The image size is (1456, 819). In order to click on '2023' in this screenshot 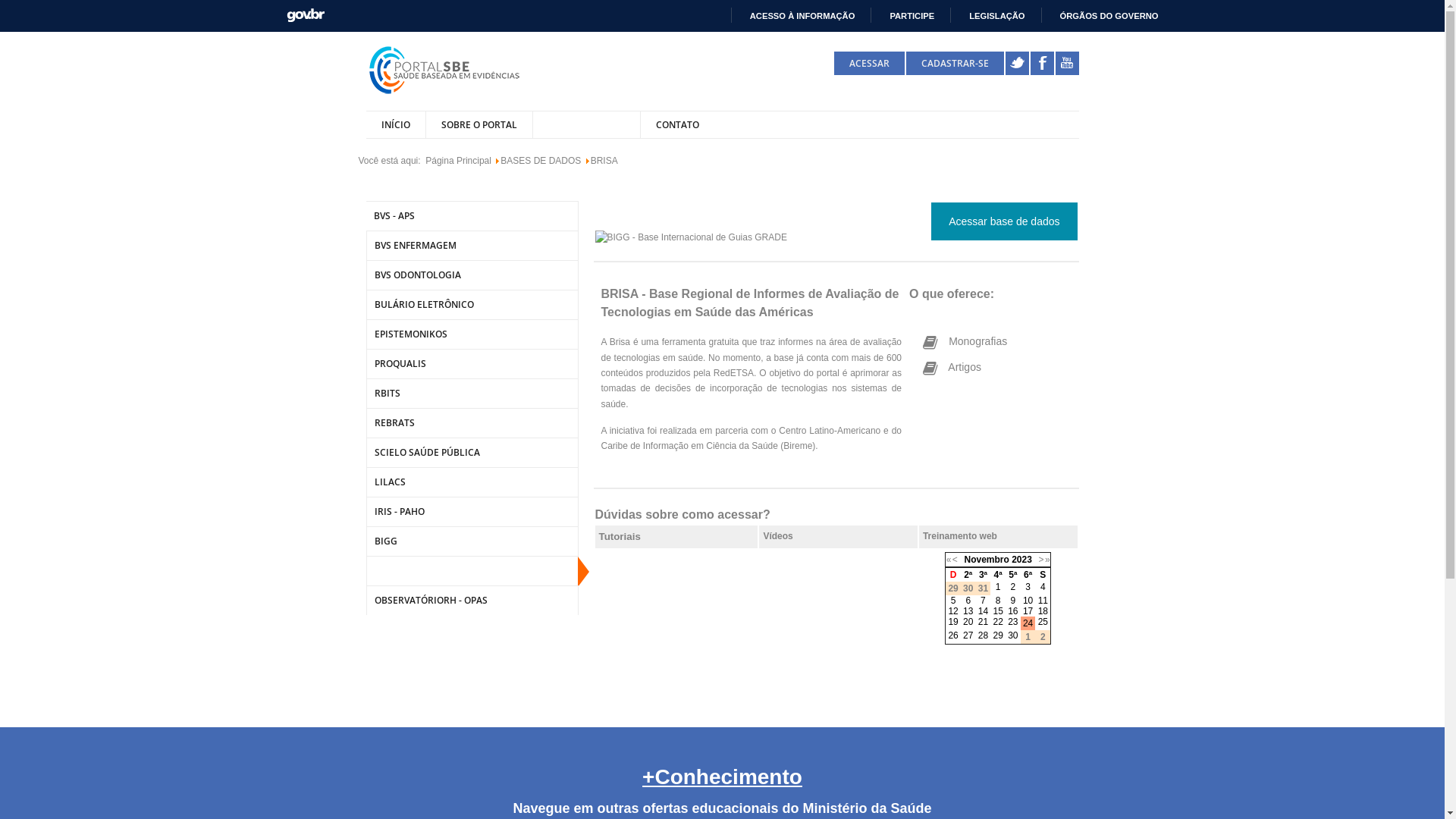, I will do `click(1021, 559)`.